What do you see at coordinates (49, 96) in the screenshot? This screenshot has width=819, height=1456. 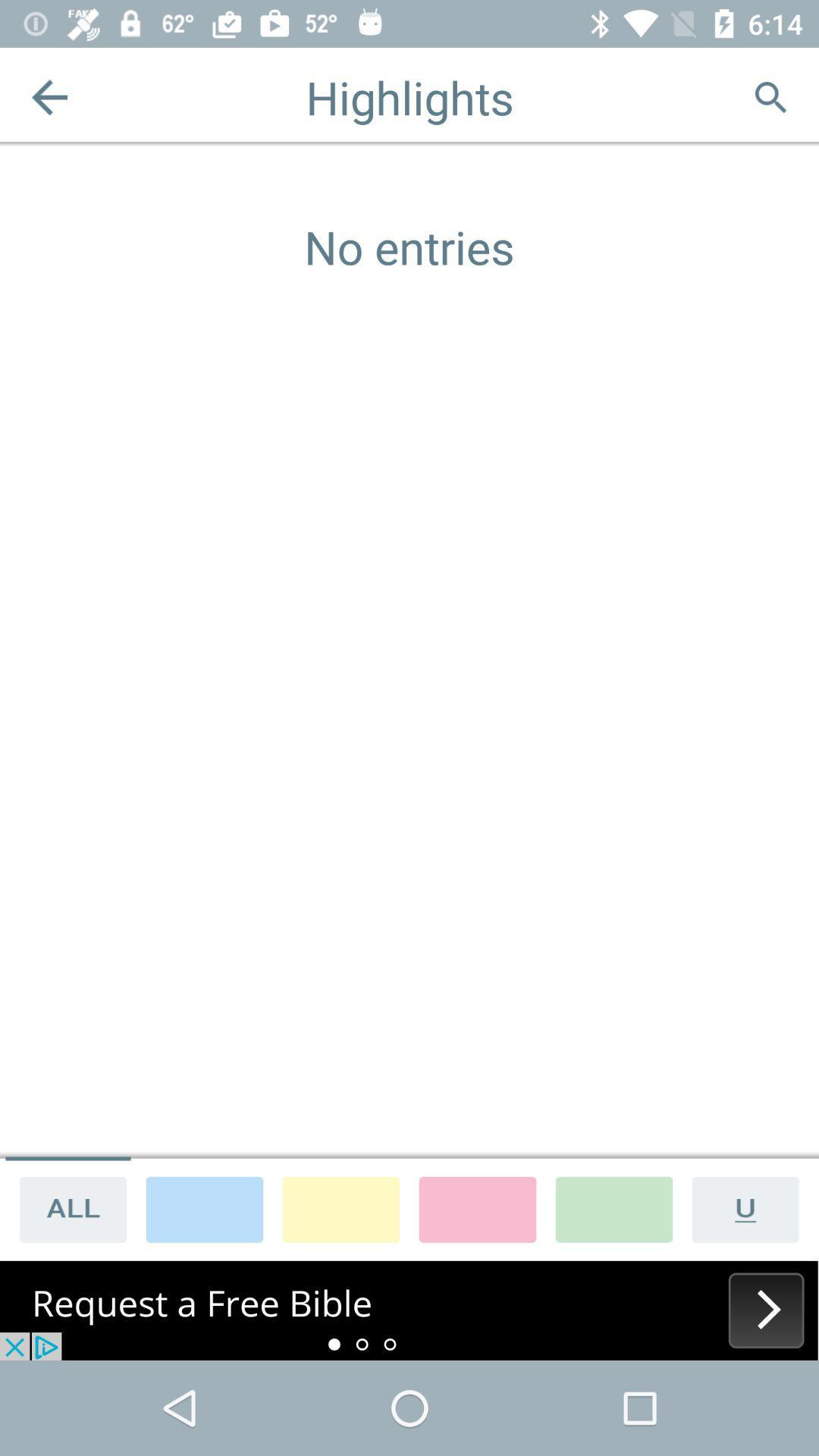 I see `previous` at bounding box center [49, 96].